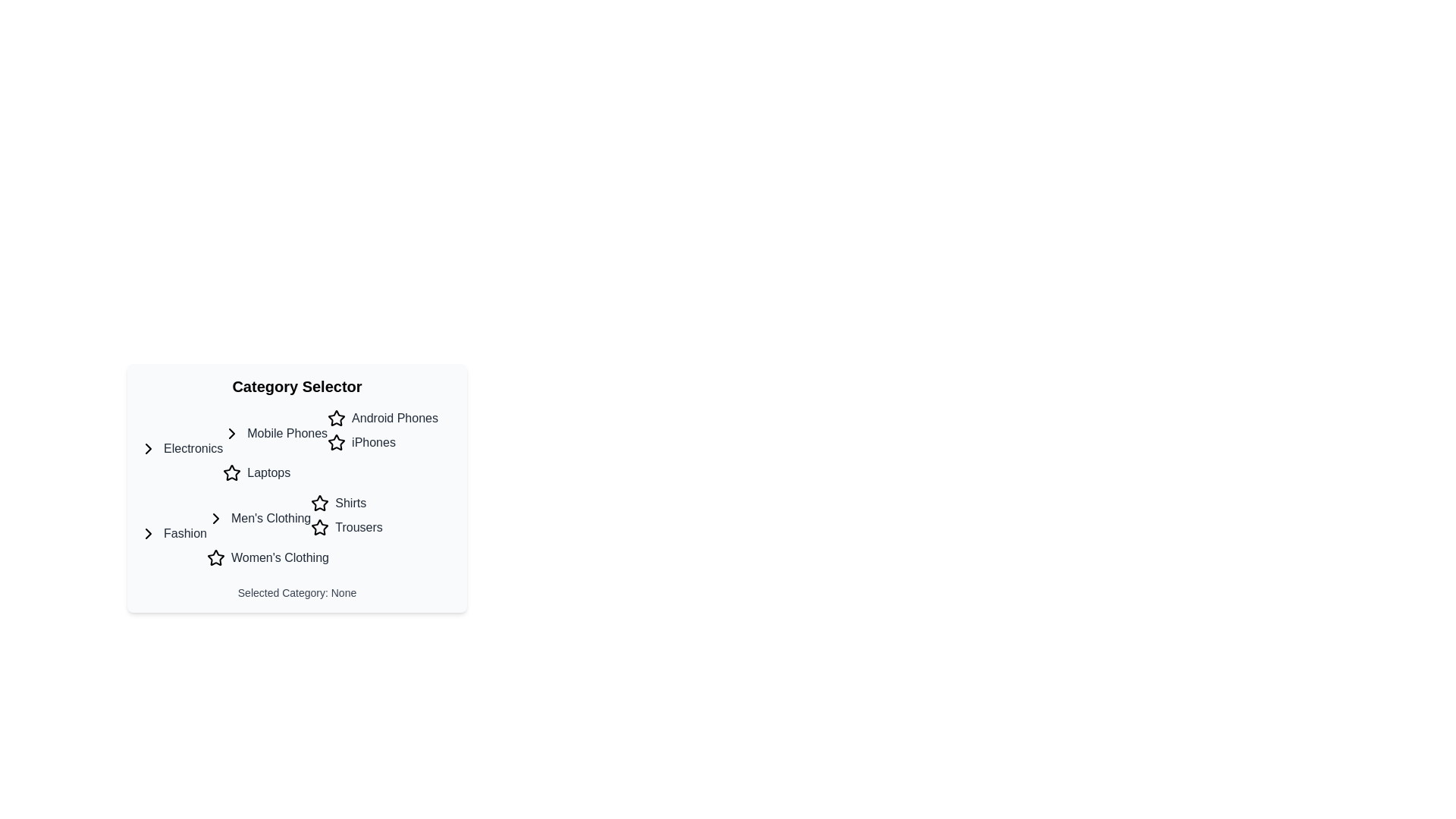 The width and height of the screenshot is (1456, 819). What do you see at coordinates (395, 418) in the screenshot?
I see `the 'Android Phones' text link located in the 'Category Selector' under the 'Mobile Phones' section` at bounding box center [395, 418].